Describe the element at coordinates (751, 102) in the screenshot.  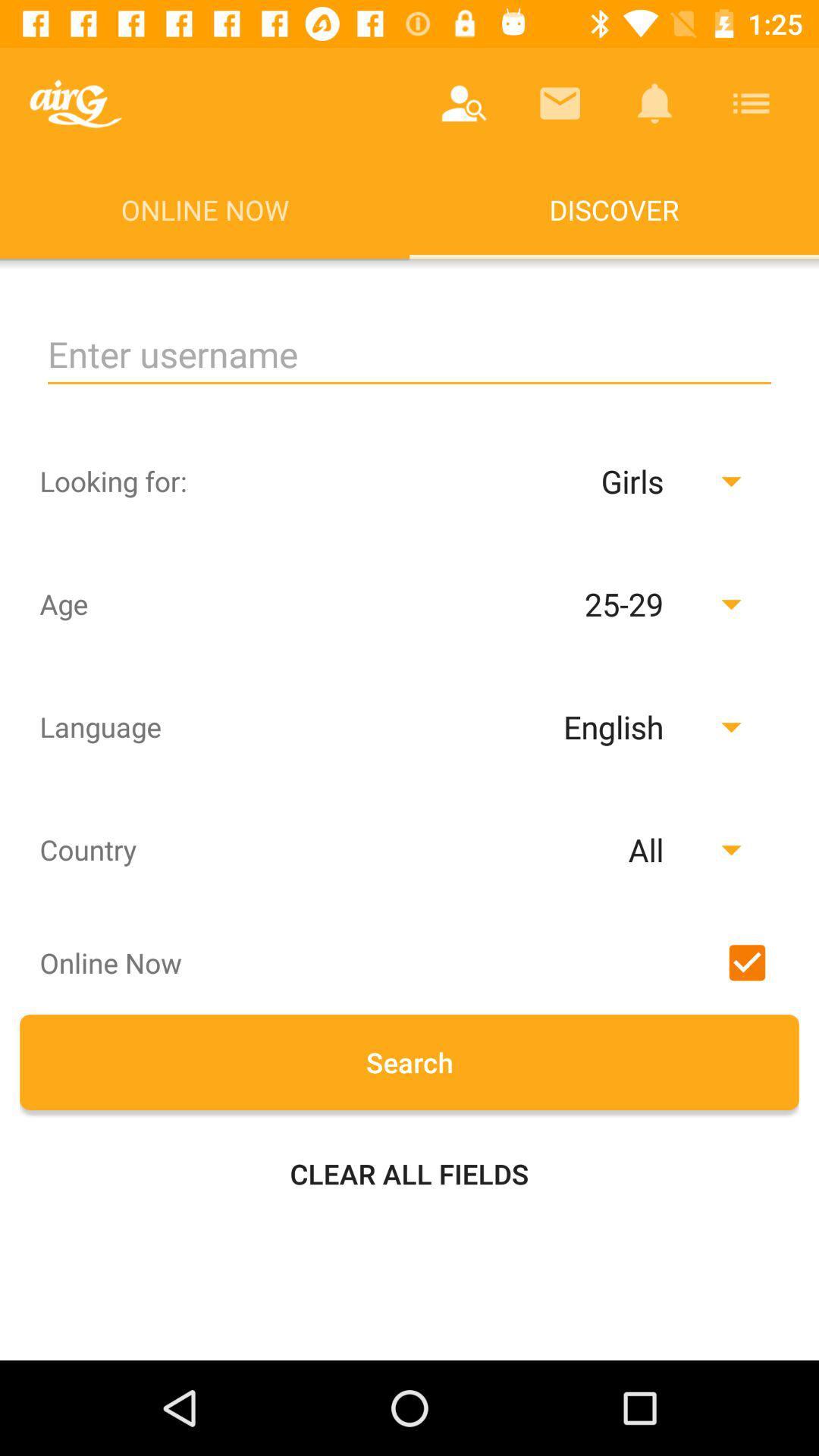
I see `app above the discover item` at that location.